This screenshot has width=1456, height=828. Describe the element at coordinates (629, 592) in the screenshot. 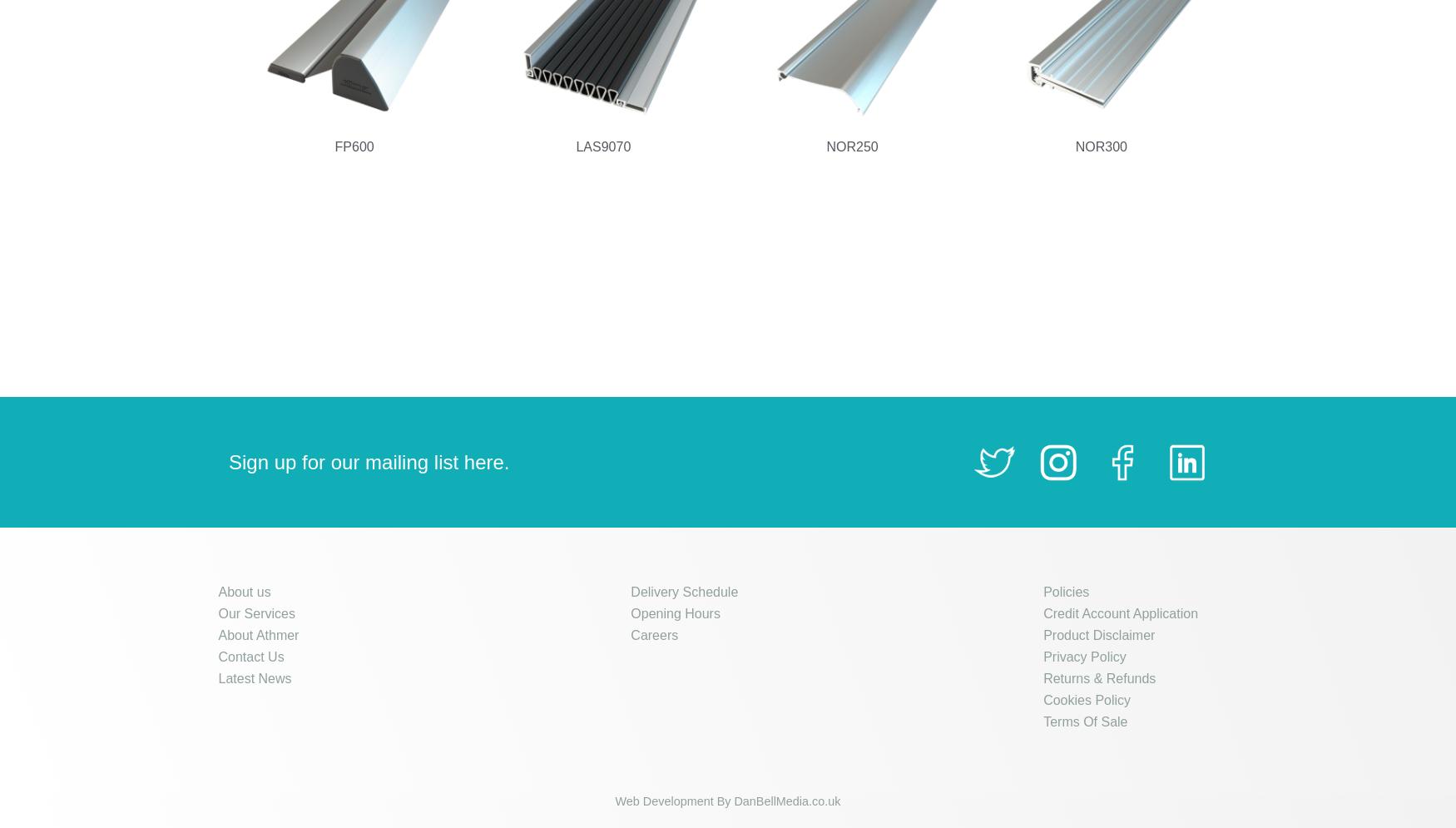

I see `'Delivery Schedule'` at that location.